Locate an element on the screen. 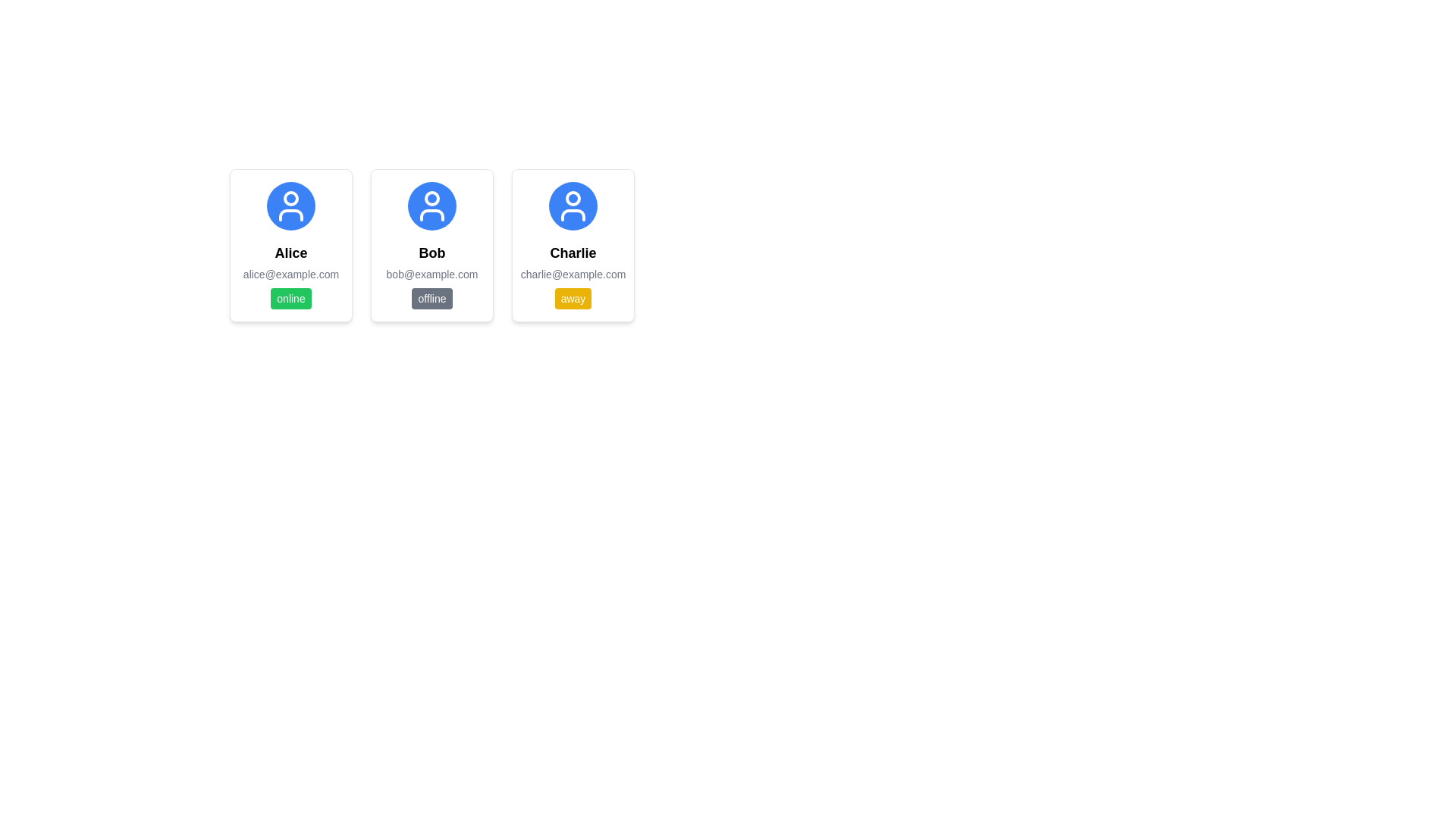 Image resolution: width=1456 pixels, height=819 pixels. the user name text displayed in the middle user card is located at coordinates (431, 253).